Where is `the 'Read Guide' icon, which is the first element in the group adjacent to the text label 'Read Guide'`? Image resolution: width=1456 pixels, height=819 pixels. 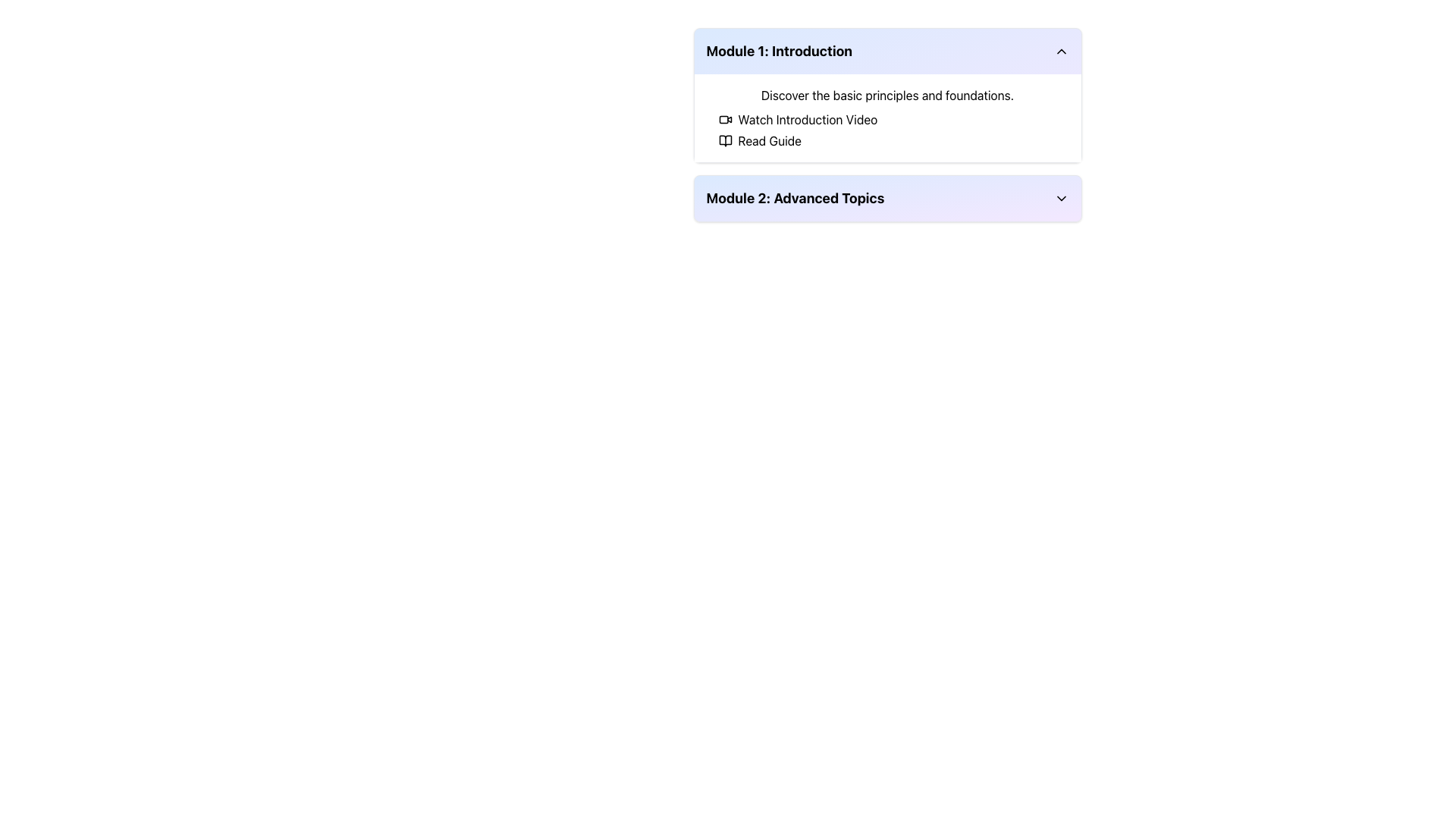 the 'Read Guide' icon, which is the first element in the group adjacent to the text label 'Read Guide' is located at coordinates (724, 140).